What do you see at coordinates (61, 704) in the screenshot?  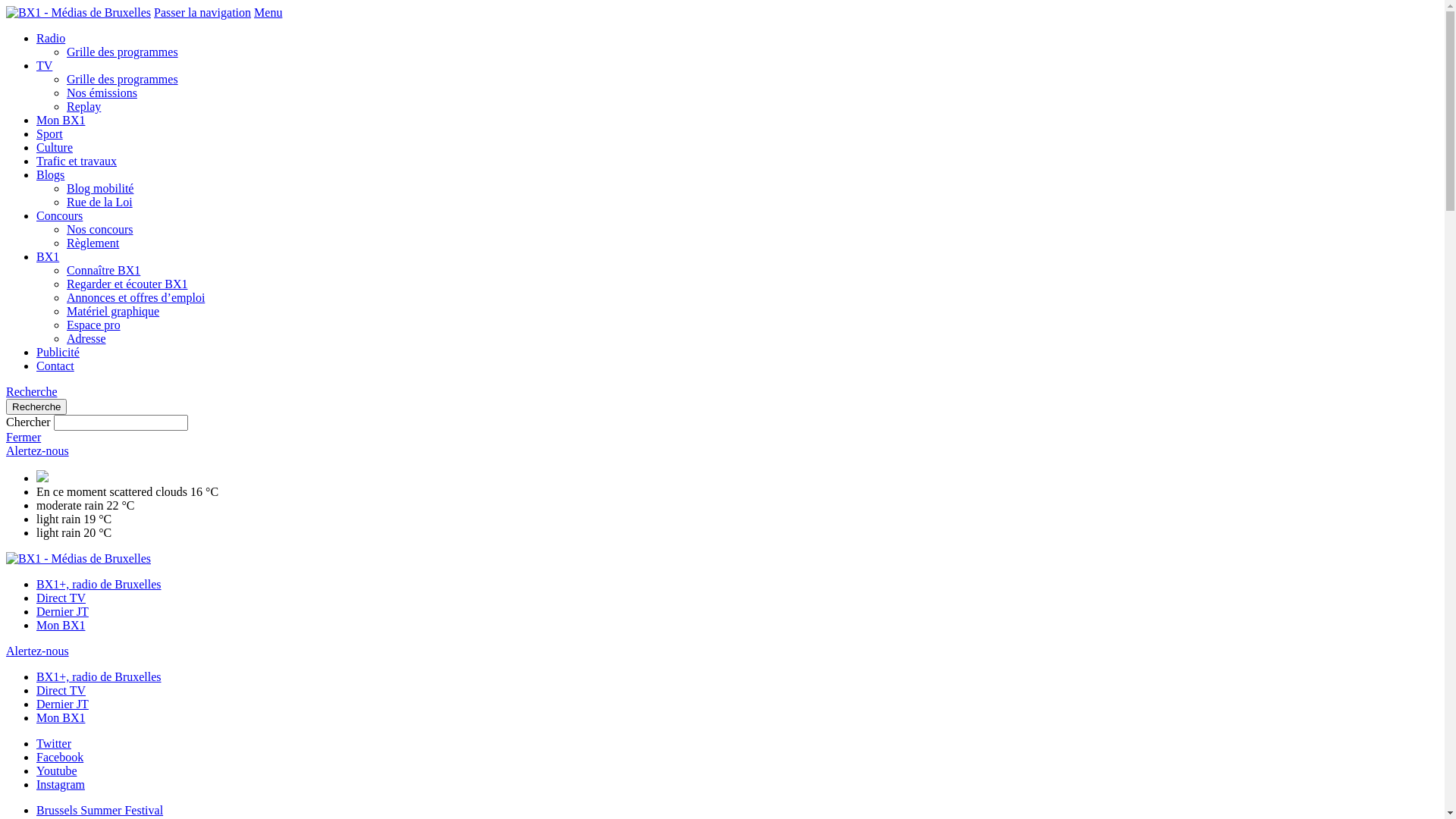 I see `'Dernier JT'` at bounding box center [61, 704].